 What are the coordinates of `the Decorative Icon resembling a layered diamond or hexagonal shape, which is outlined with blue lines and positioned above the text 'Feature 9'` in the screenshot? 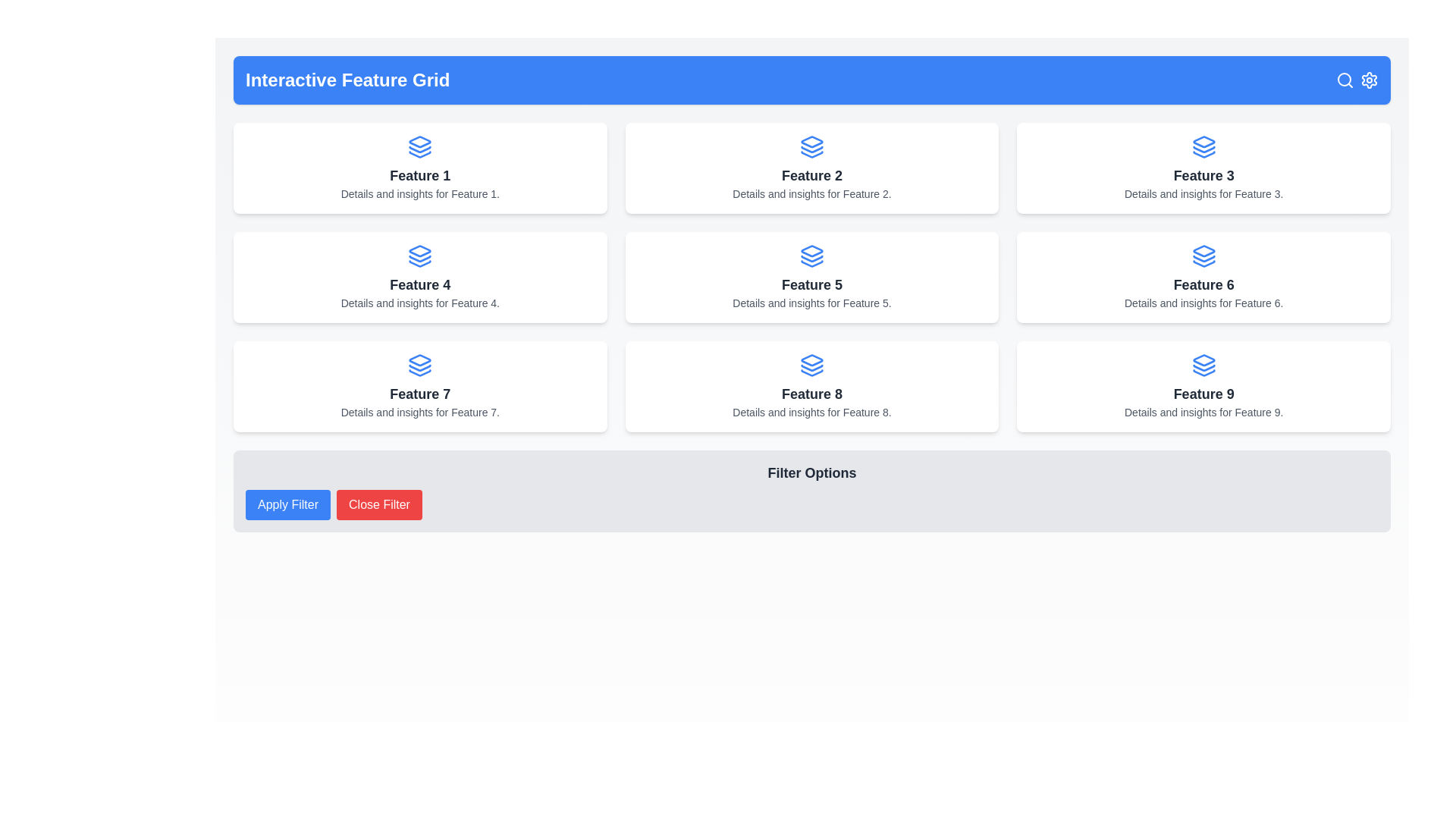 It's located at (1203, 360).